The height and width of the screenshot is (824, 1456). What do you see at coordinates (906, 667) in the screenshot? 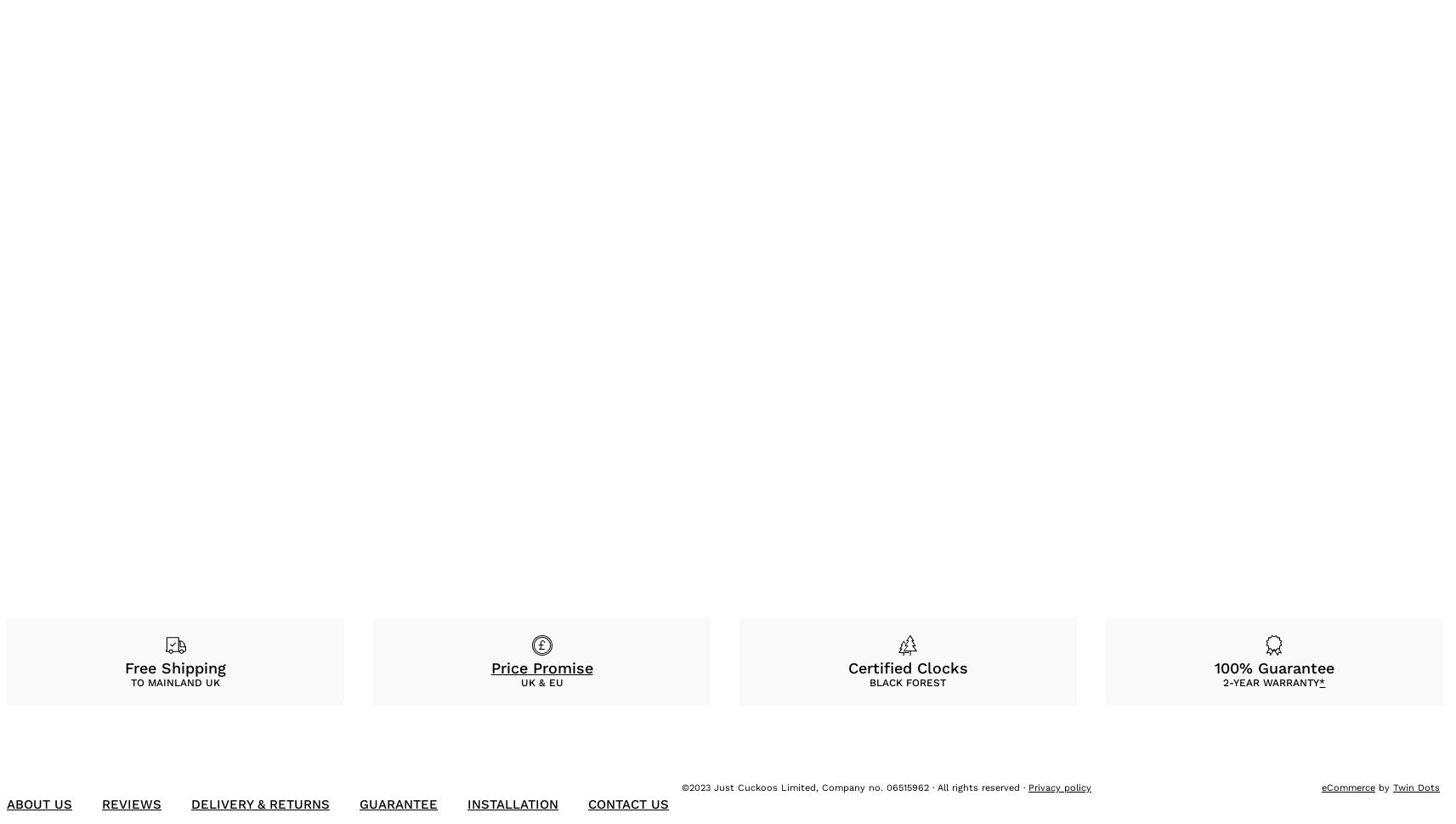
I see `'Certified Clocks'` at bounding box center [906, 667].